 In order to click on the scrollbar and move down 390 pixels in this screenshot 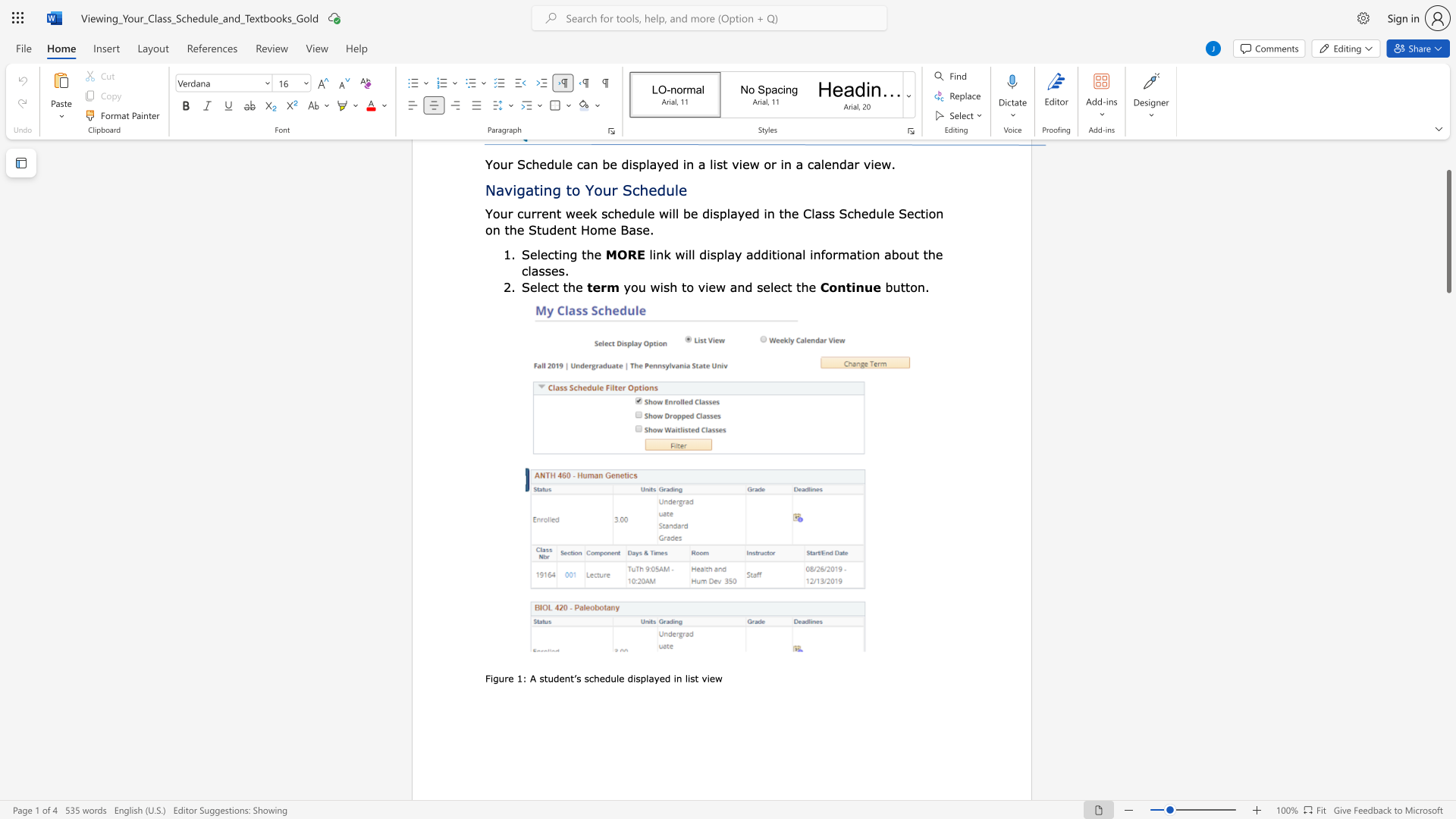, I will do `click(1448, 231)`.